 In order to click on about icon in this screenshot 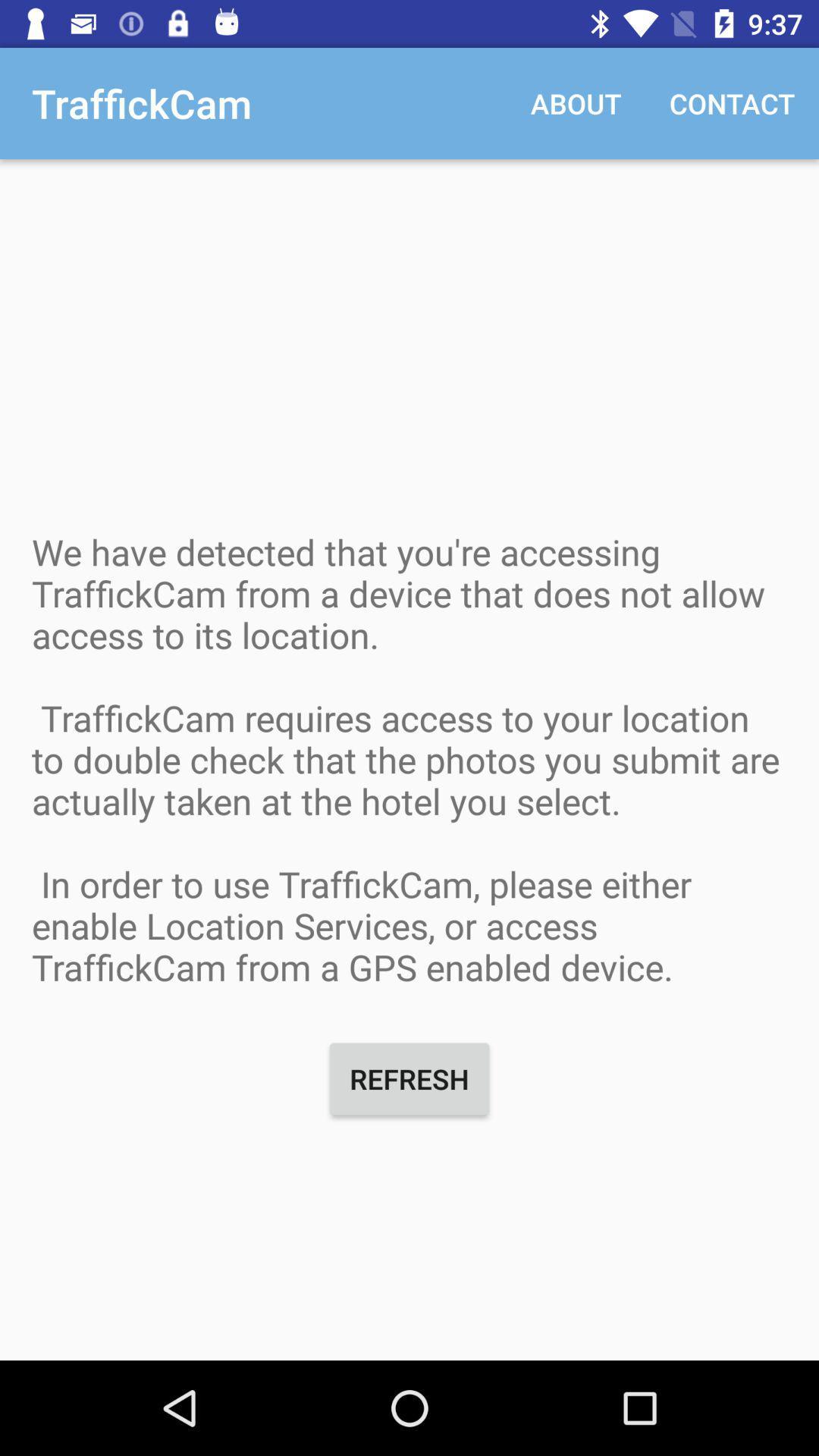, I will do `click(576, 102)`.